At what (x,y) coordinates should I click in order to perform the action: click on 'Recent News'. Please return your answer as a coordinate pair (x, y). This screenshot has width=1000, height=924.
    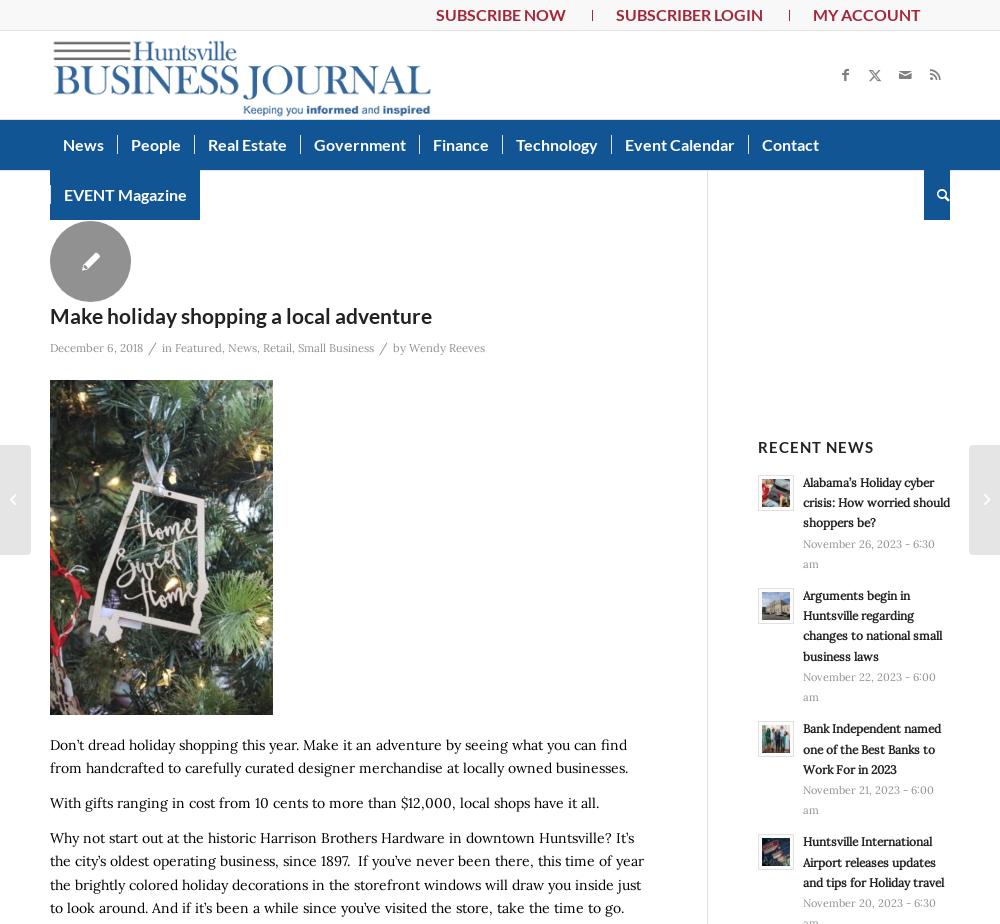
    Looking at the image, I should click on (758, 447).